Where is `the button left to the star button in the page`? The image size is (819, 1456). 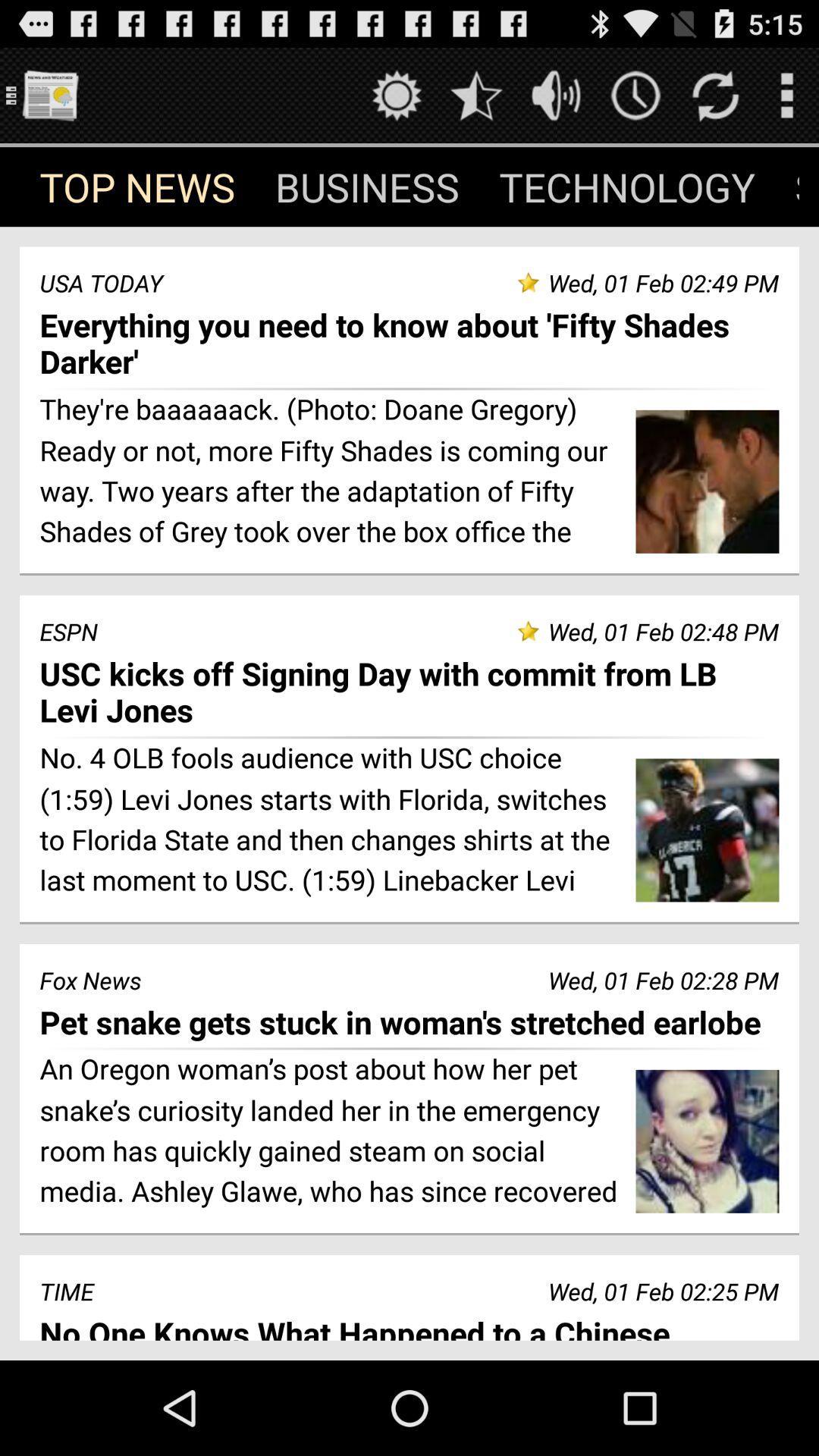 the button left to the star button in the page is located at coordinates (396, 95).